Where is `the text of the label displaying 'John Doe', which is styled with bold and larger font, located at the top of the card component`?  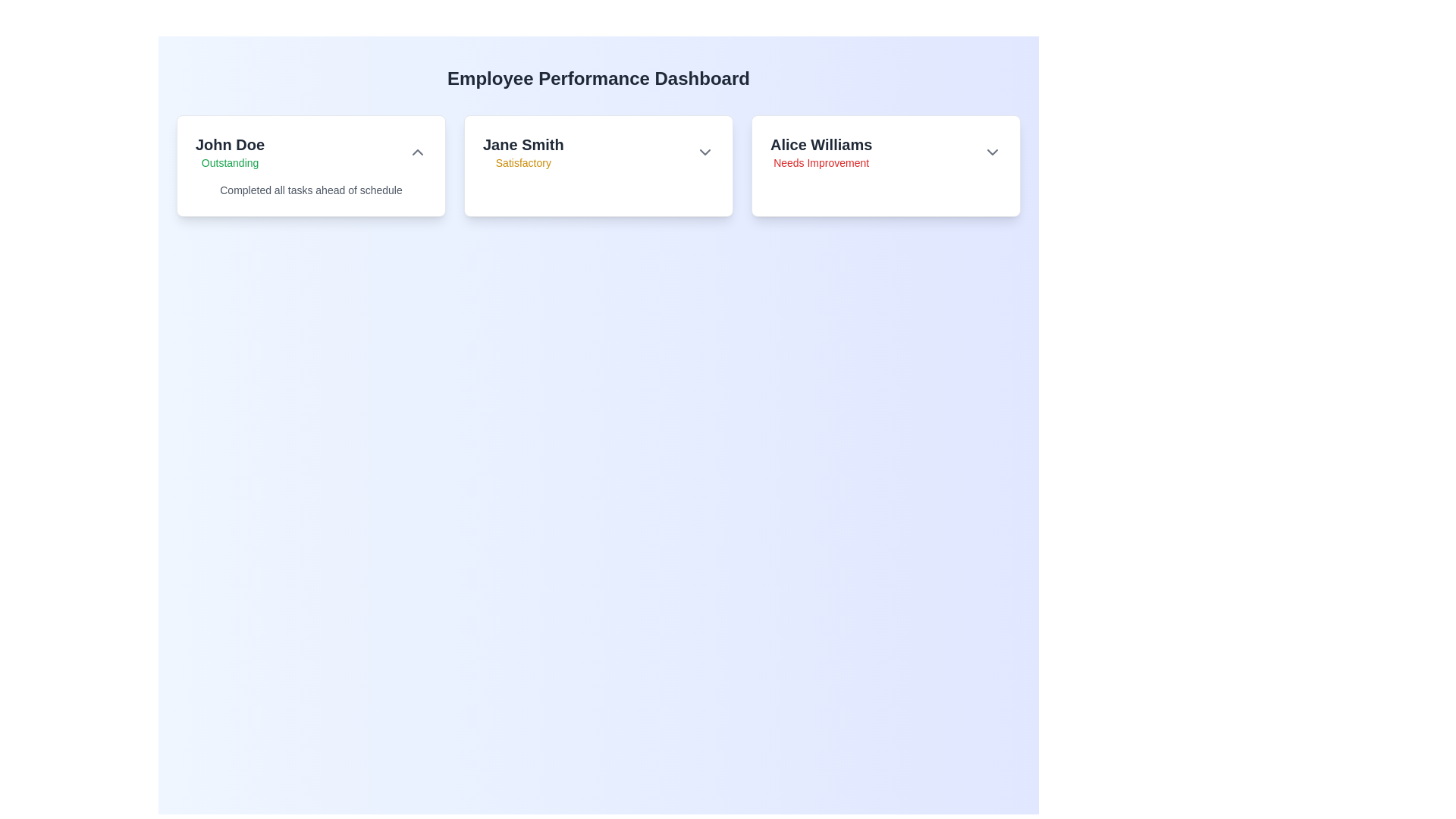
the text of the label displaying 'John Doe', which is styled with bold and larger font, located at the top of the card component is located at coordinates (229, 145).